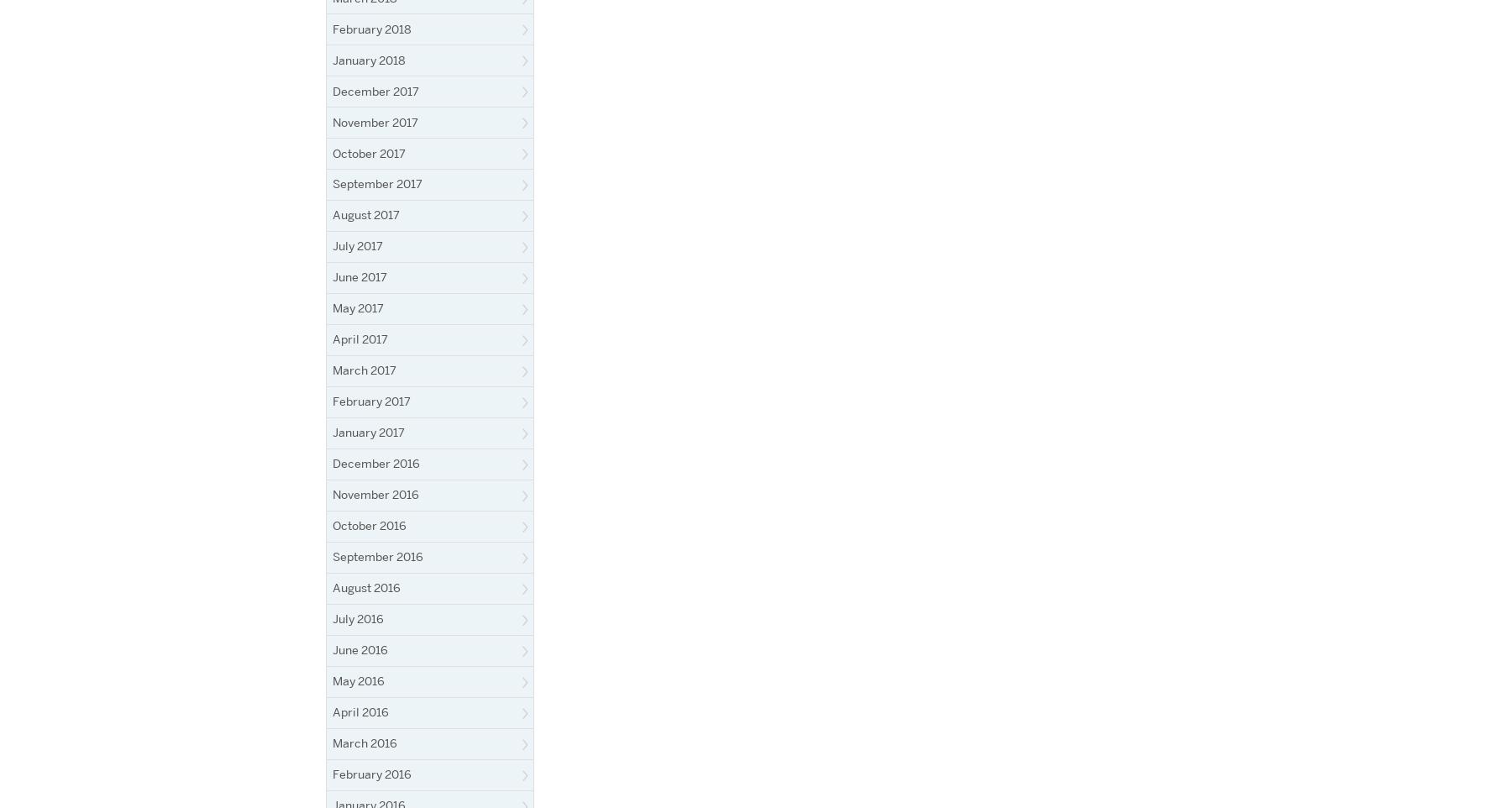  I want to click on 'February 2018', so click(371, 27).